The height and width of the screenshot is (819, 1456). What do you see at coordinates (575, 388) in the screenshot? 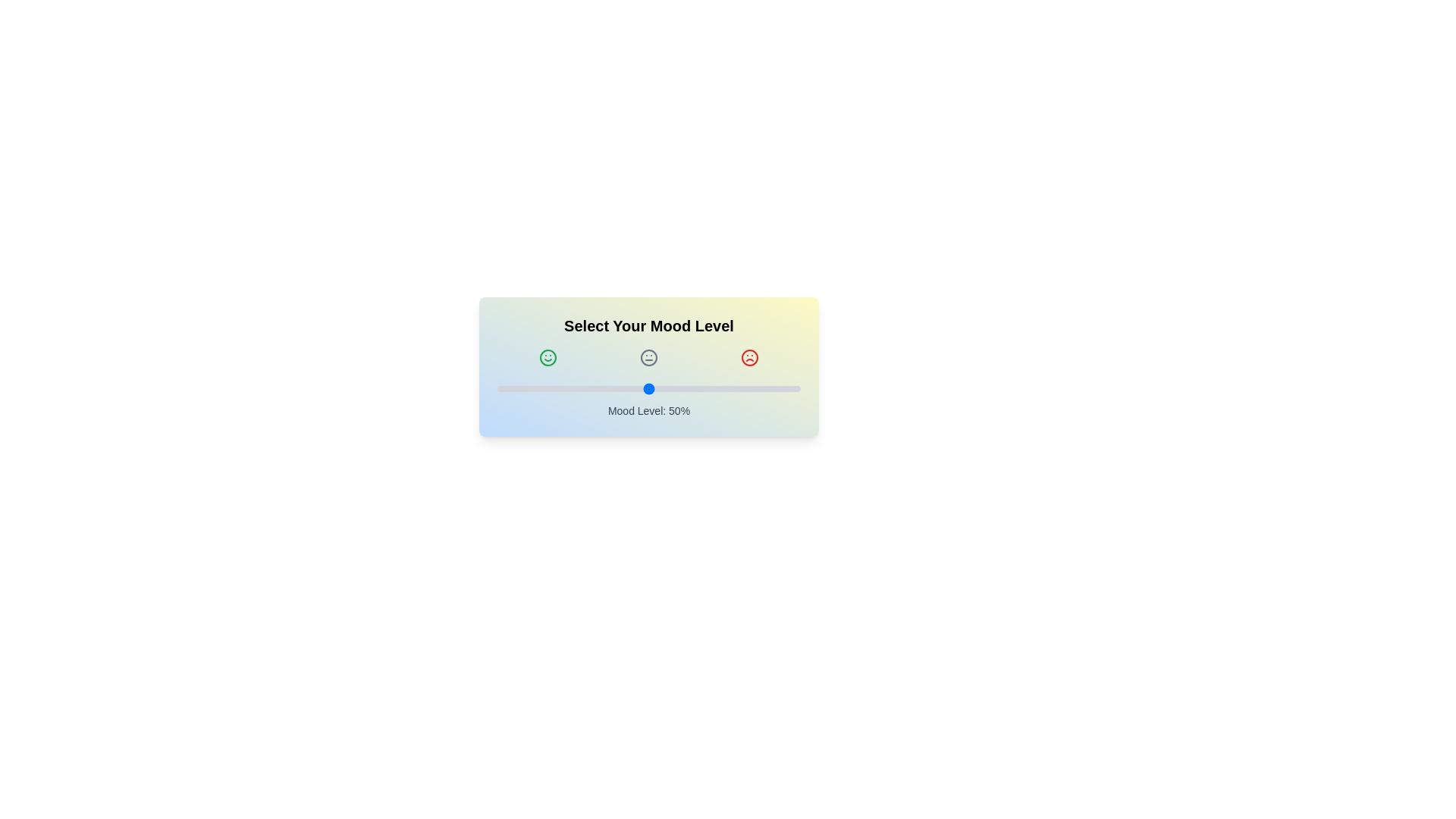
I see `the mood level` at bounding box center [575, 388].